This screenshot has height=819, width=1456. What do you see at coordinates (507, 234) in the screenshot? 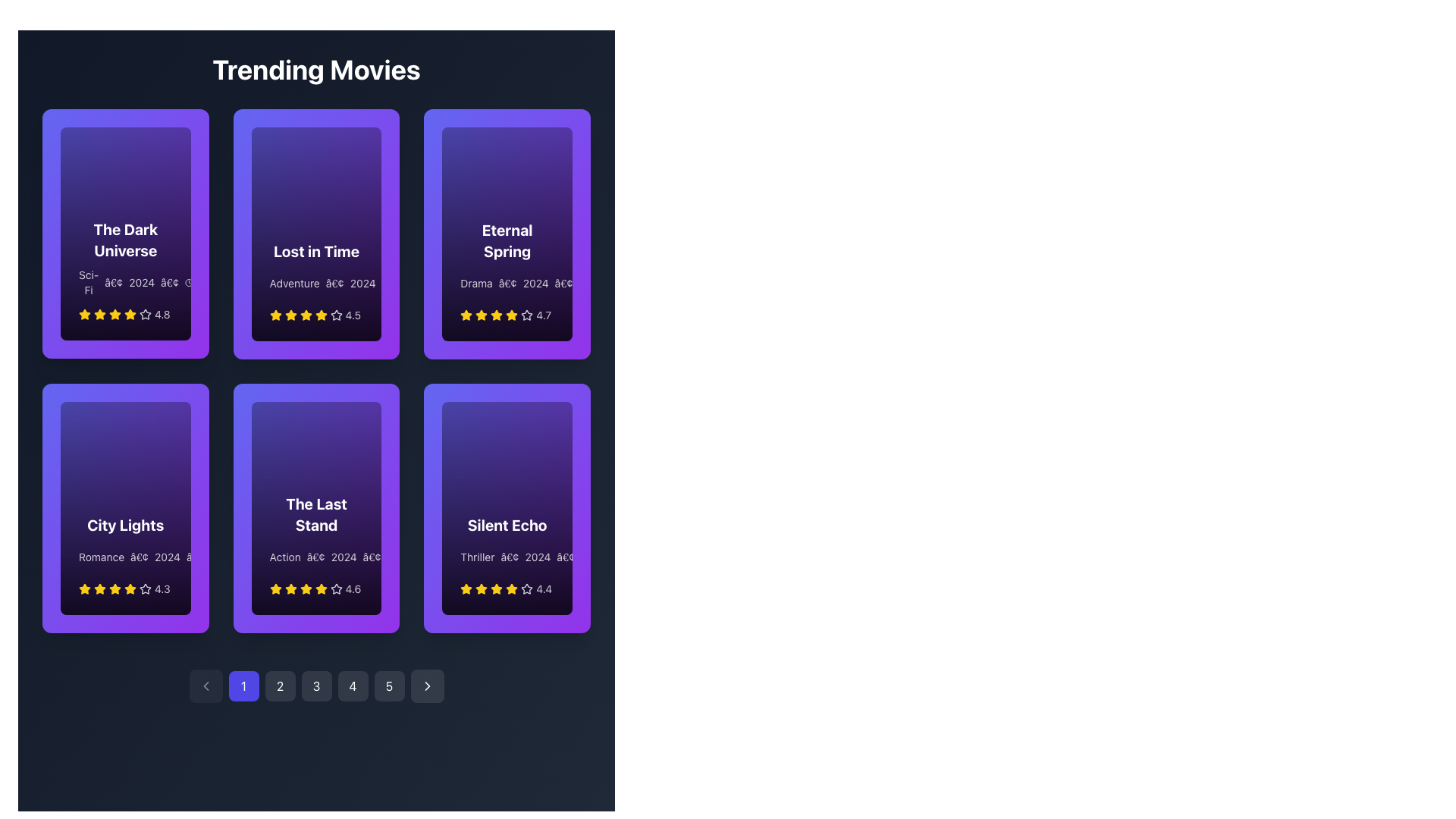
I see `the information displayed on the movie card for 'Eternal Spring', located in the first row and third column of the grid layout` at bounding box center [507, 234].